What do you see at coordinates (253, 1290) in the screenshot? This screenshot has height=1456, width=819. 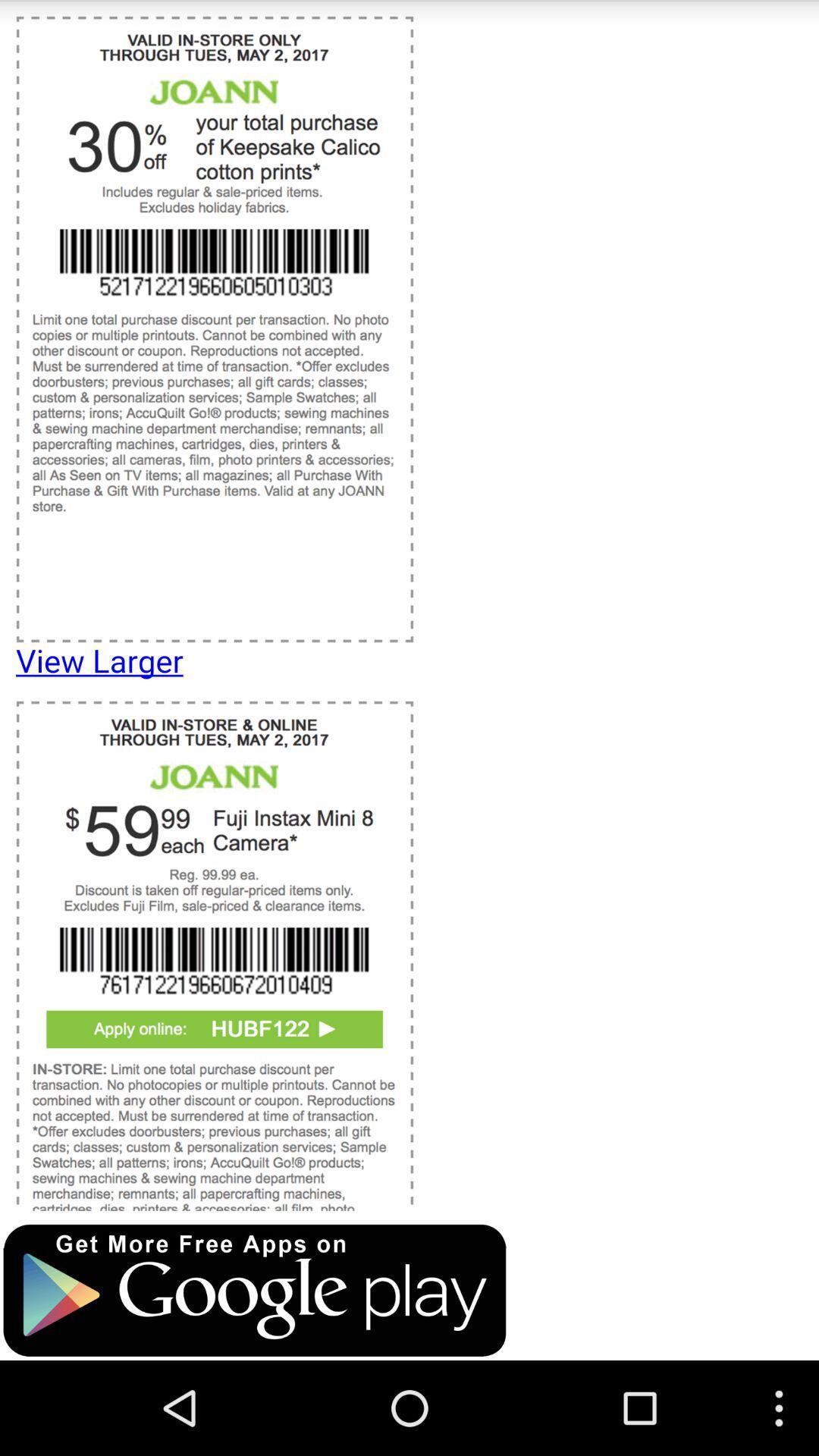 I see `open google play store` at bounding box center [253, 1290].